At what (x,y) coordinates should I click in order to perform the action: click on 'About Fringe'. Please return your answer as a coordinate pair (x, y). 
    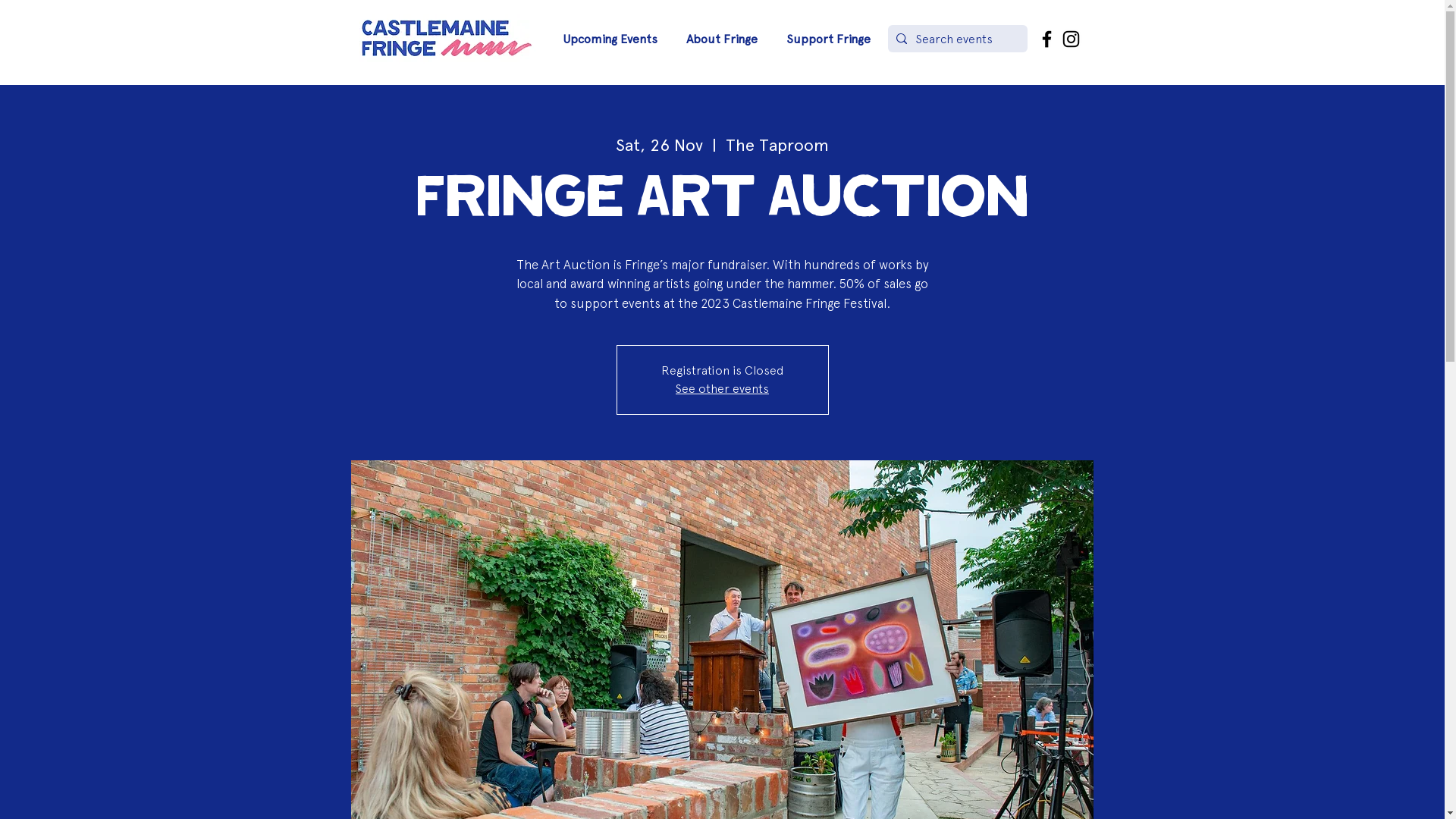
    Looking at the image, I should click on (717, 38).